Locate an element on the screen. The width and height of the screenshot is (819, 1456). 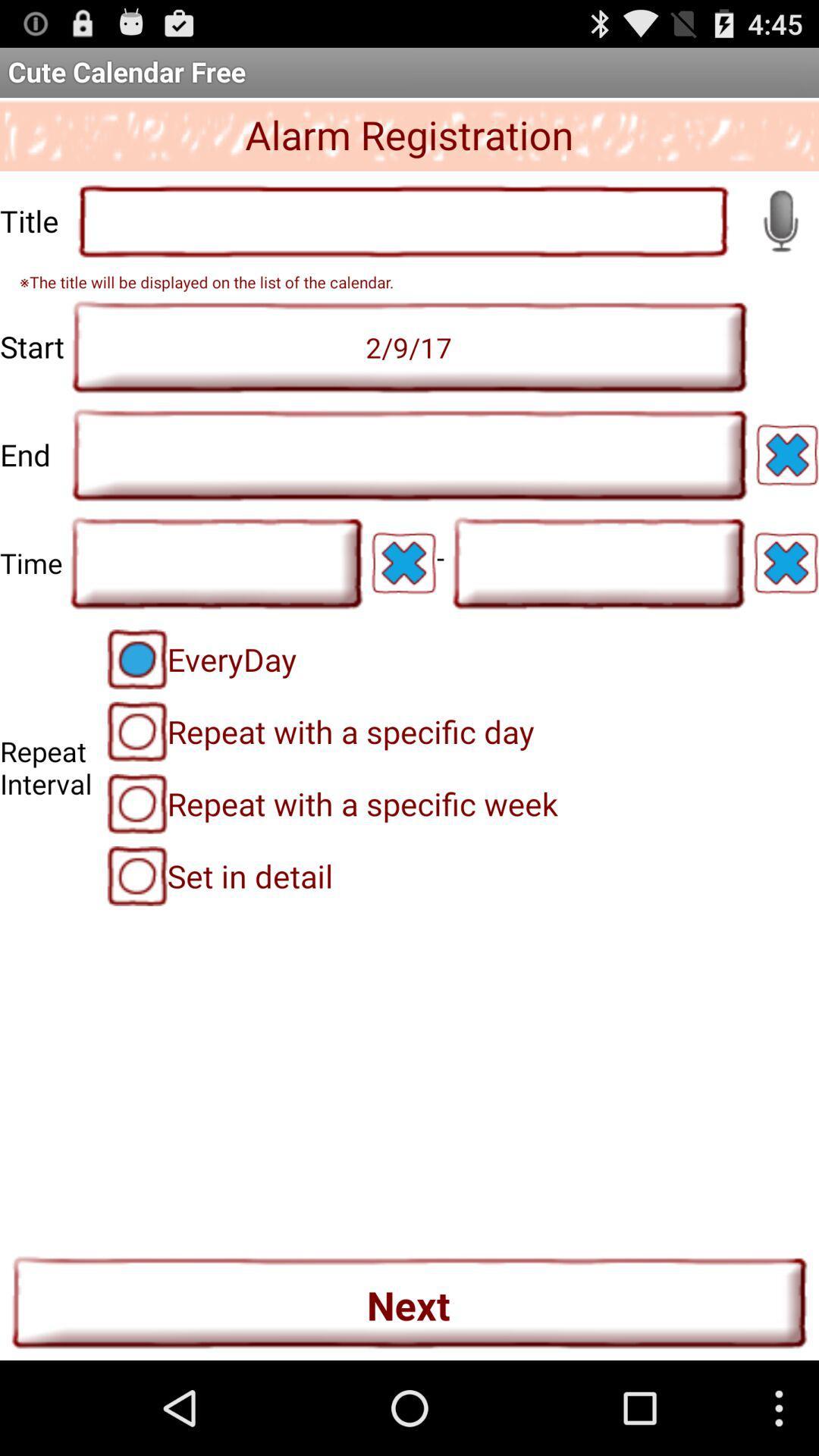
microphone enabled is located at coordinates (780, 220).